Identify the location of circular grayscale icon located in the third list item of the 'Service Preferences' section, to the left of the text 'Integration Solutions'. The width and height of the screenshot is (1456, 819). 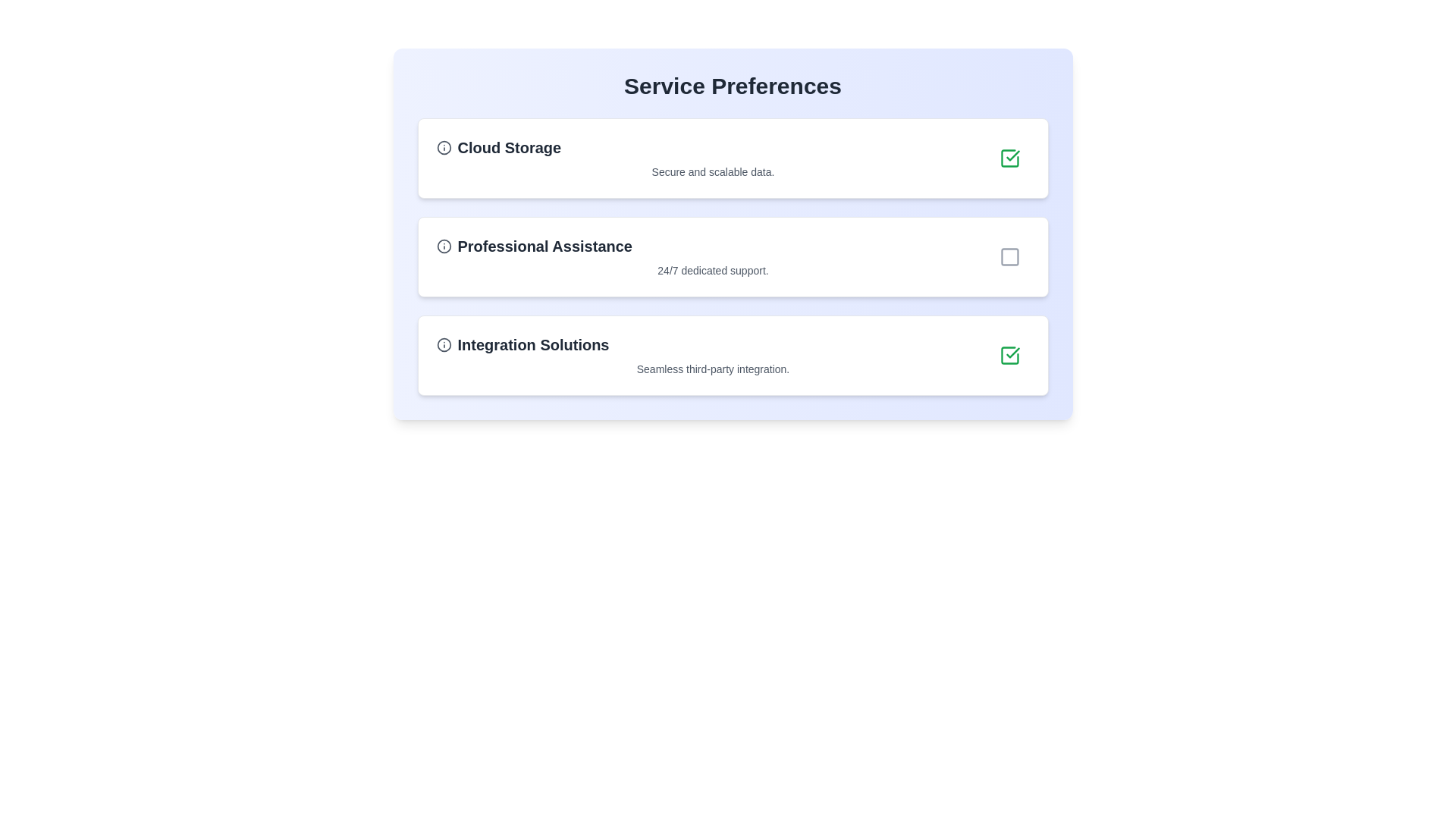
(443, 345).